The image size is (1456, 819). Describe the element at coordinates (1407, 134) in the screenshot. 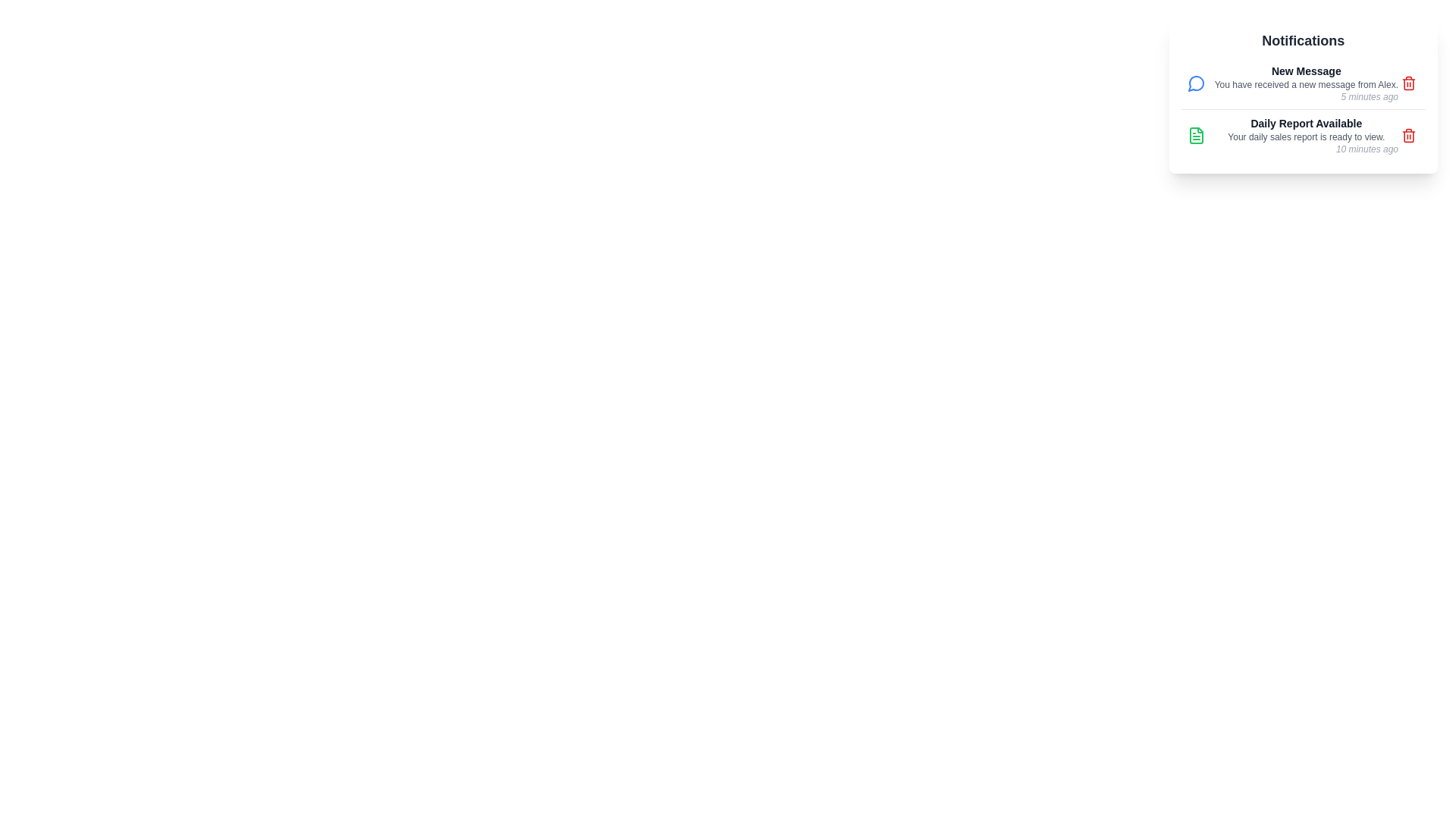

I see `delete button for the notification titled 'Daily Report Available'` at that location.